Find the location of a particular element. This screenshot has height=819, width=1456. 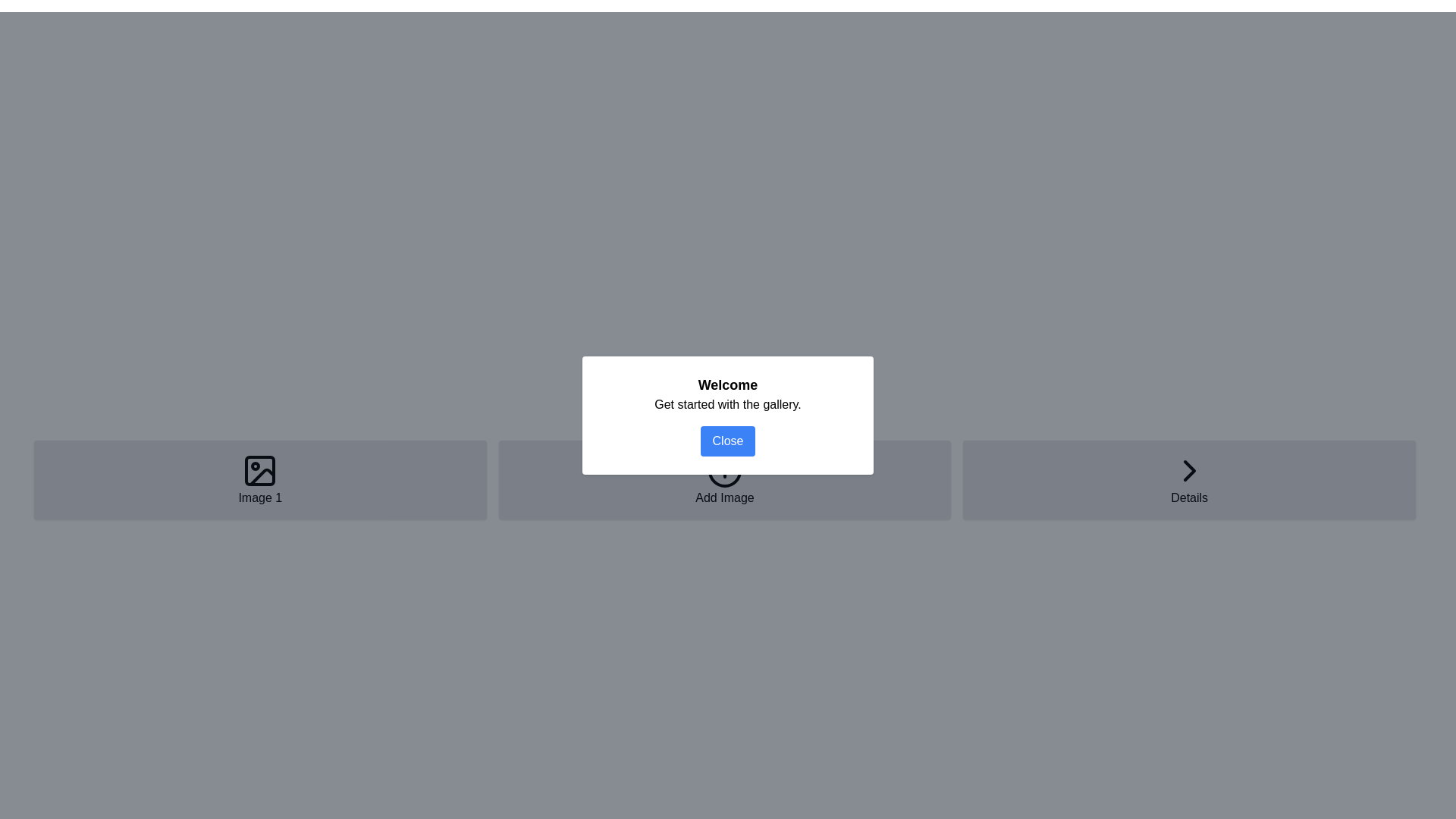

the circular icon with a plus symbol (+) inside it, located within the 'Add Image' modal, positioned near the bottom just below the blue 'Close' button is located at coordinates (723, 470).